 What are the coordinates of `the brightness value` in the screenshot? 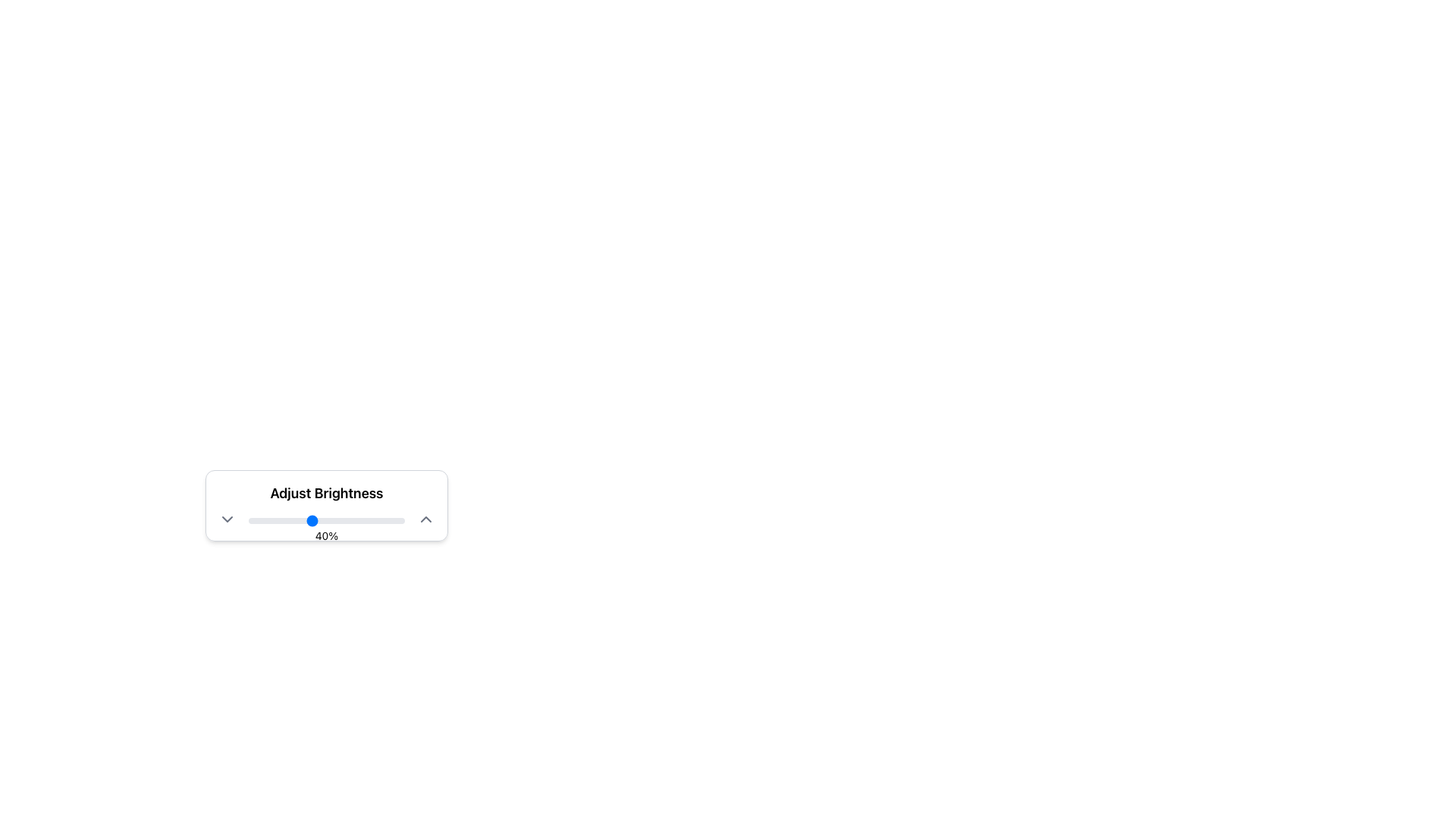 It's located at (268, 519).